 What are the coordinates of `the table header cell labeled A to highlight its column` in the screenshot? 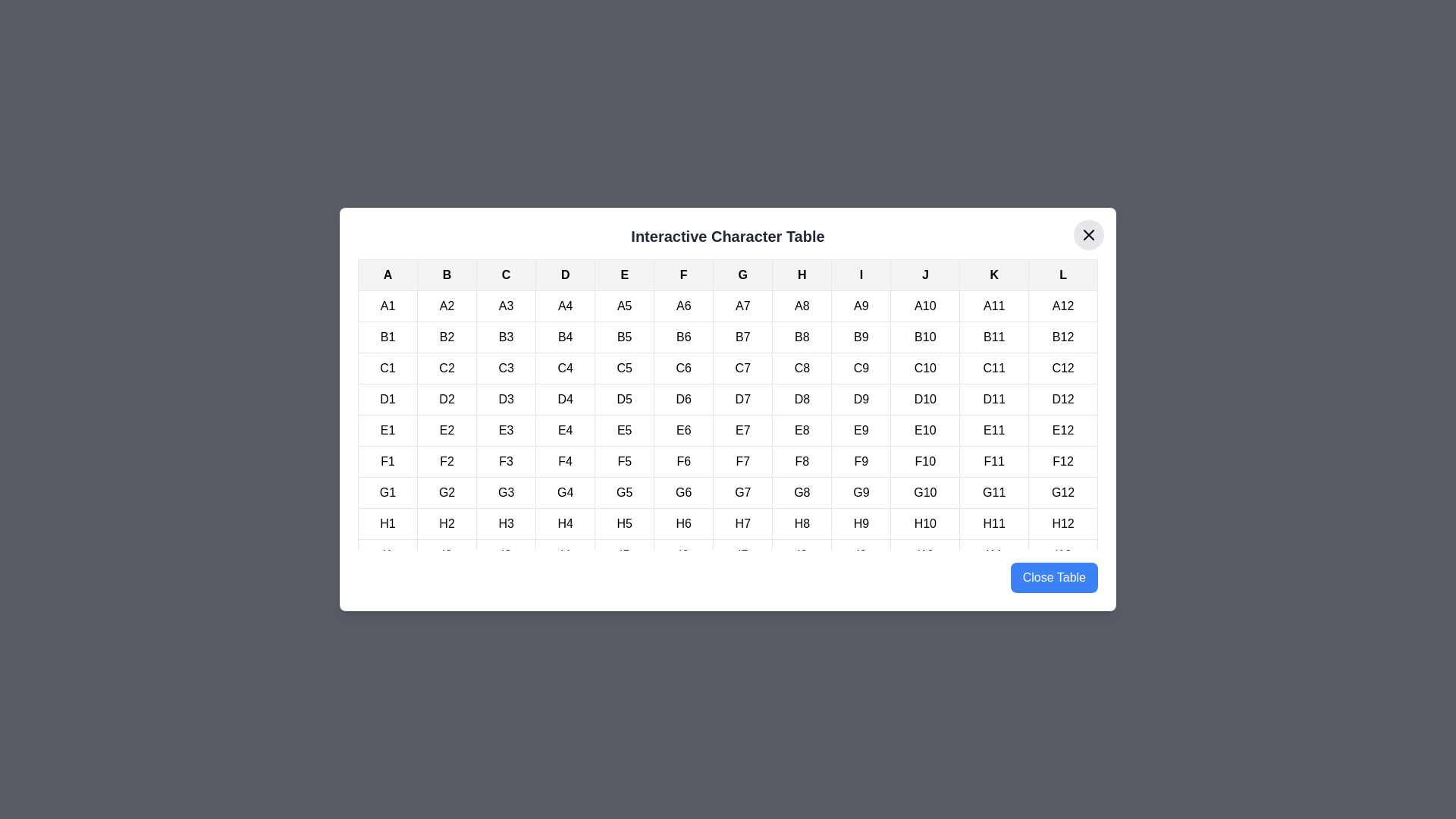 It's located at (388, 275).